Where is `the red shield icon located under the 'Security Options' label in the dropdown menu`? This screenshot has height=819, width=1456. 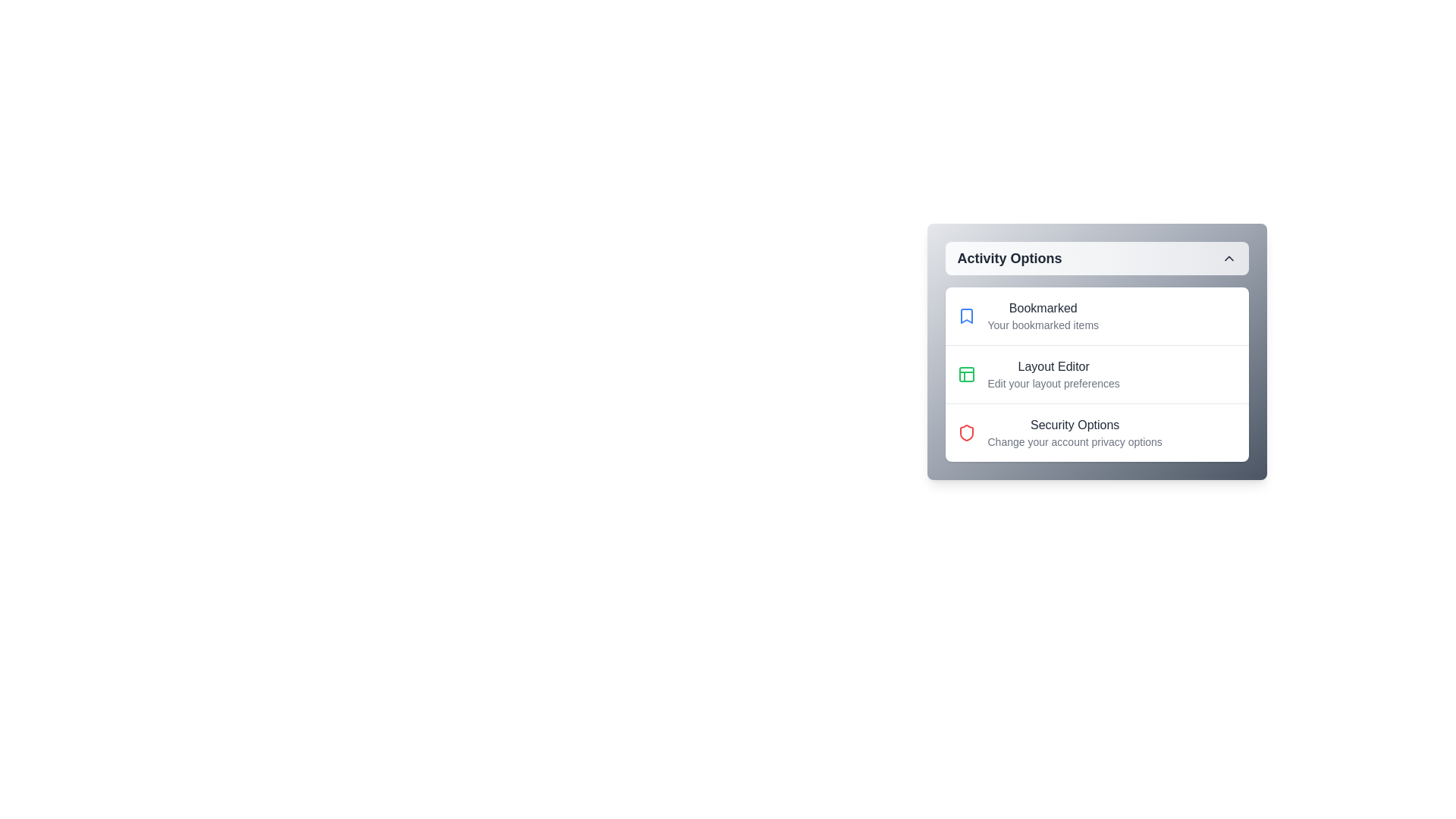
the red shield icon located under the 'Security Options' label in the dropdown menu is located at coordinates (965, 432).